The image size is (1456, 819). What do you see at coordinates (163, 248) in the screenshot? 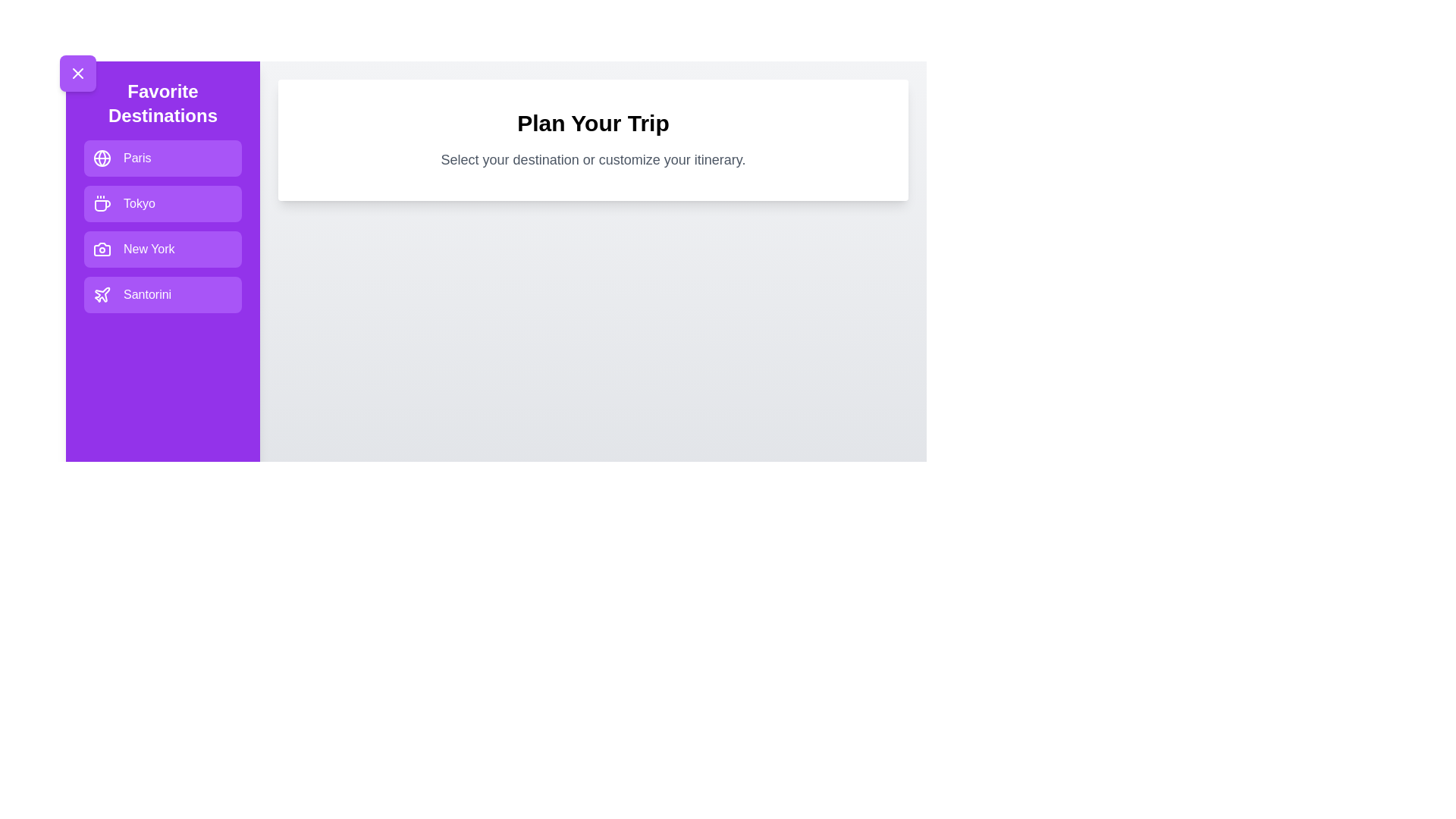
I see `the destination New York in the sidebar` at bounding box center [163, 248].